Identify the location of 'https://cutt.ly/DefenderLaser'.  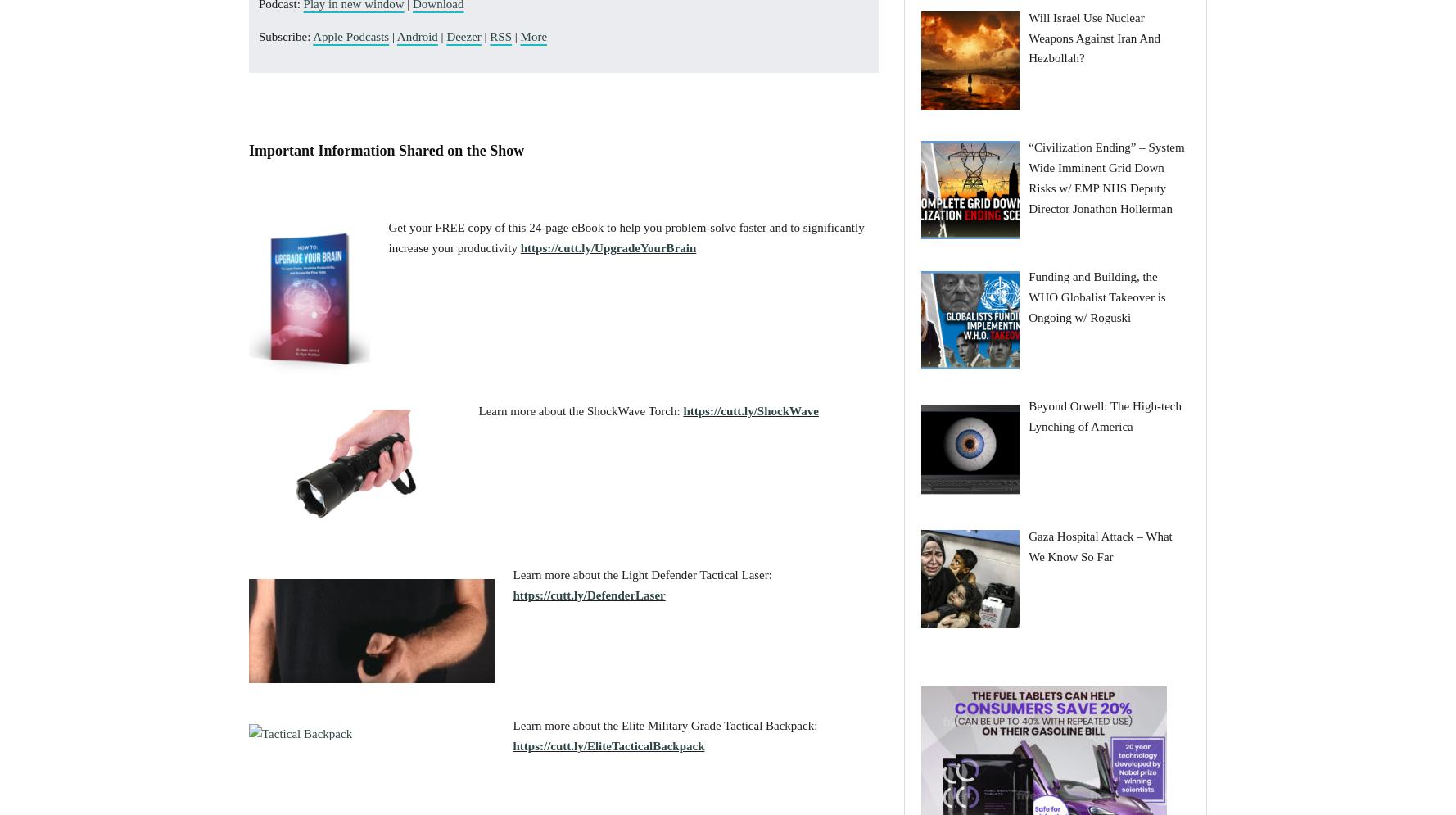
(588, 594).